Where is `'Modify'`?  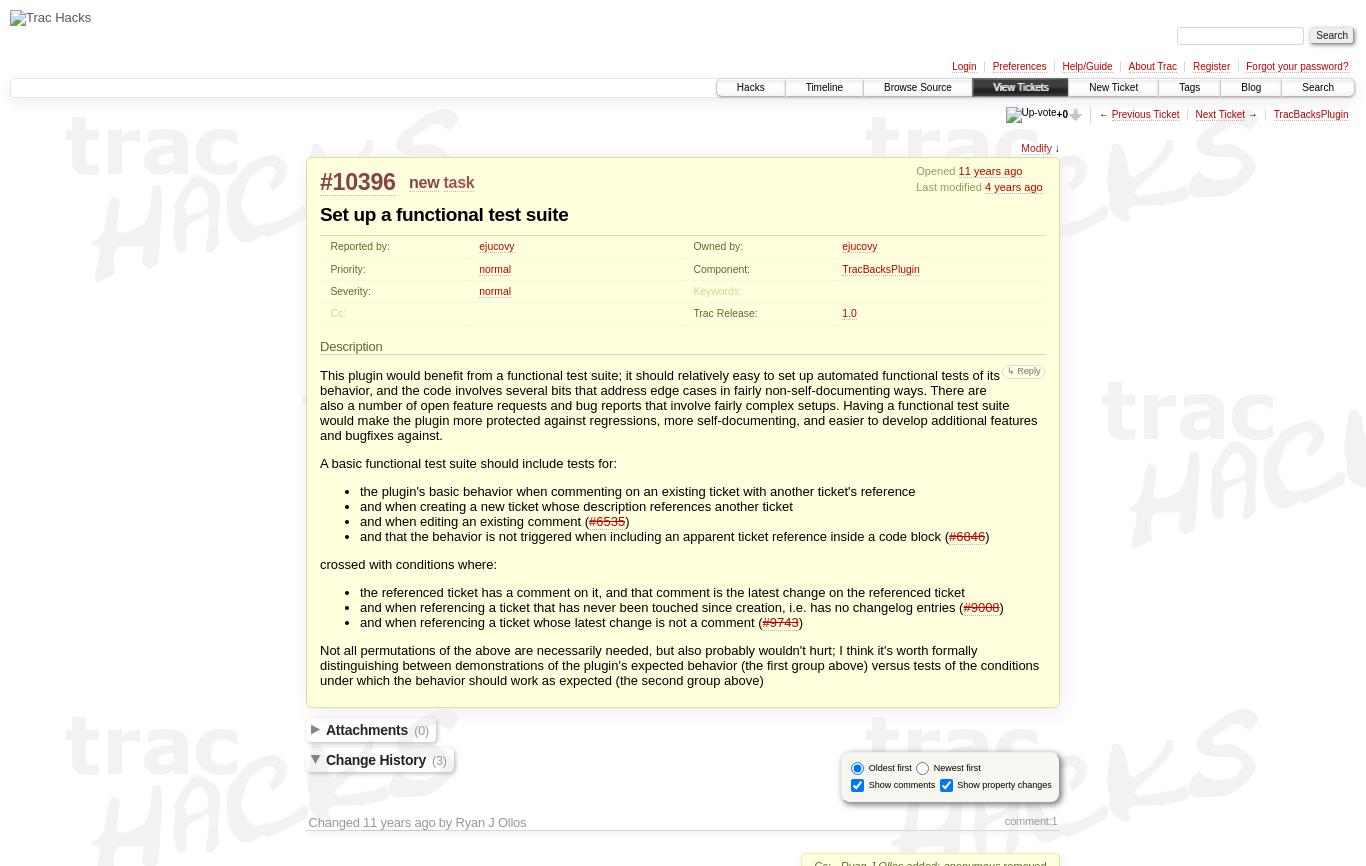
'Modify' is located at coordinates (1020, 148).